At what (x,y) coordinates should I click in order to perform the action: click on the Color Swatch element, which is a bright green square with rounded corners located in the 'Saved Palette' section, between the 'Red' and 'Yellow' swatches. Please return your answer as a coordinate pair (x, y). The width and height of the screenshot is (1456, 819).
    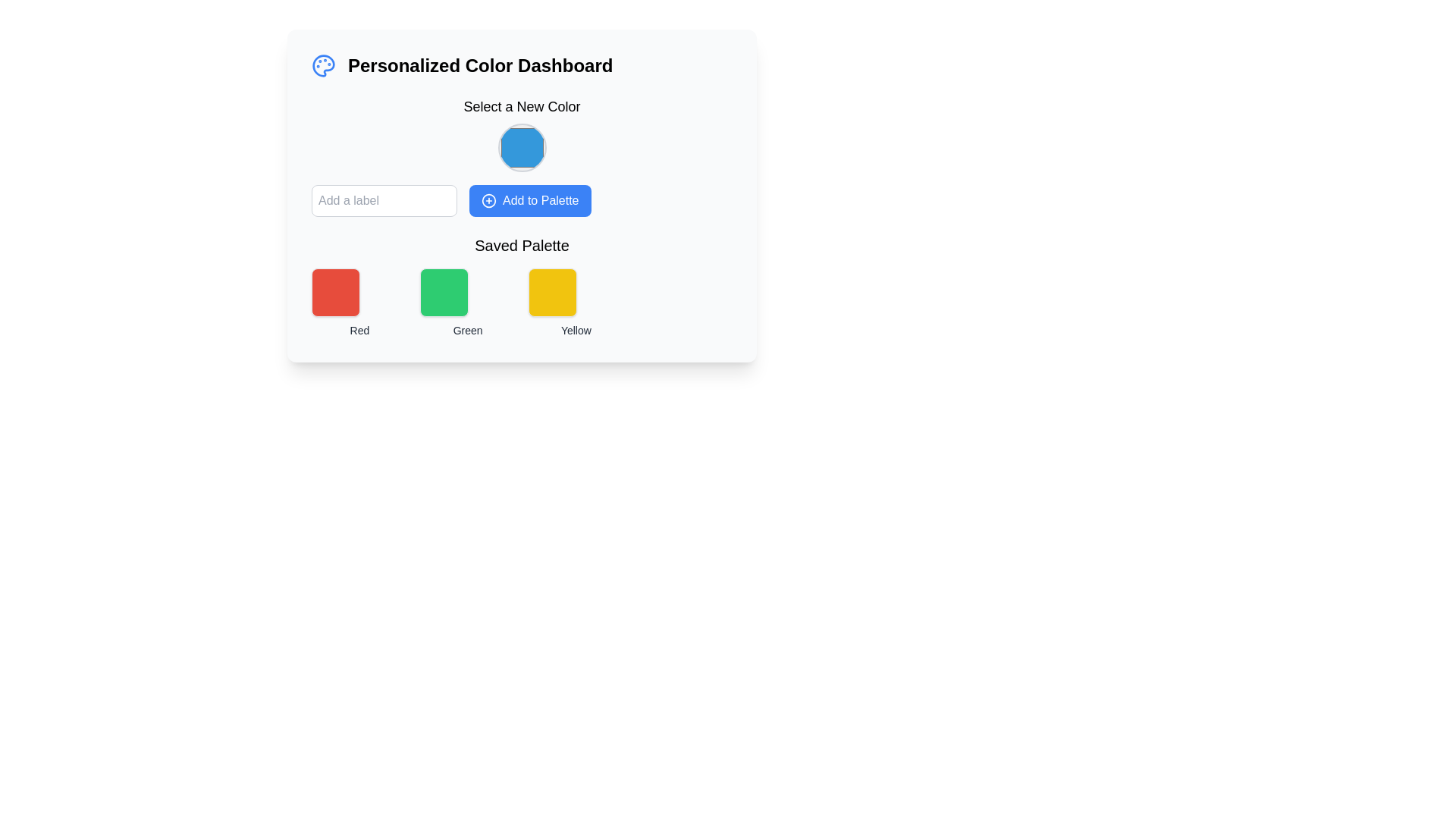
    Looking at the image, I should click on (443, 292).